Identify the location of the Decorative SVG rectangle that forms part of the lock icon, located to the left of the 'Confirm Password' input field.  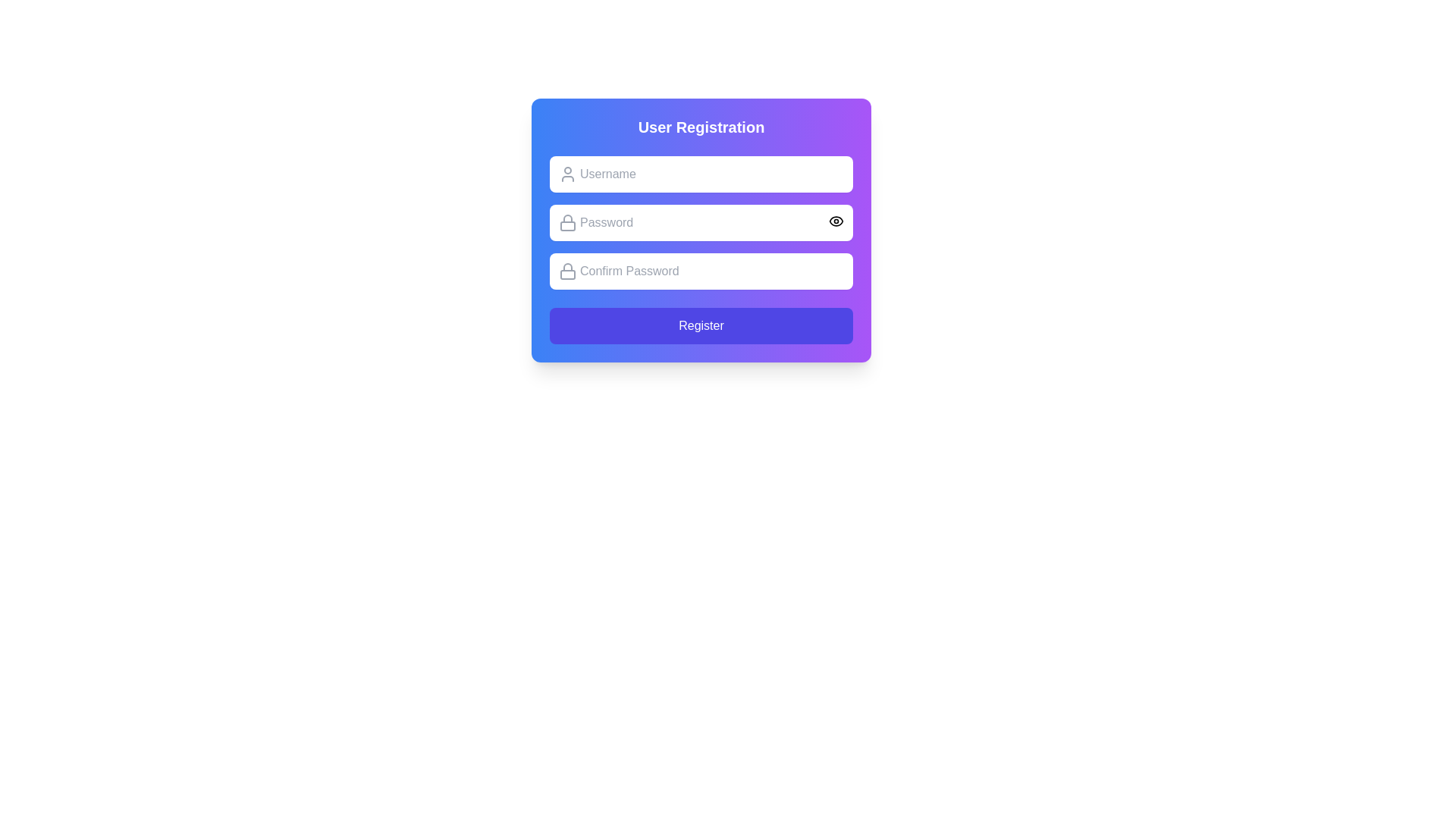
(566, 275).